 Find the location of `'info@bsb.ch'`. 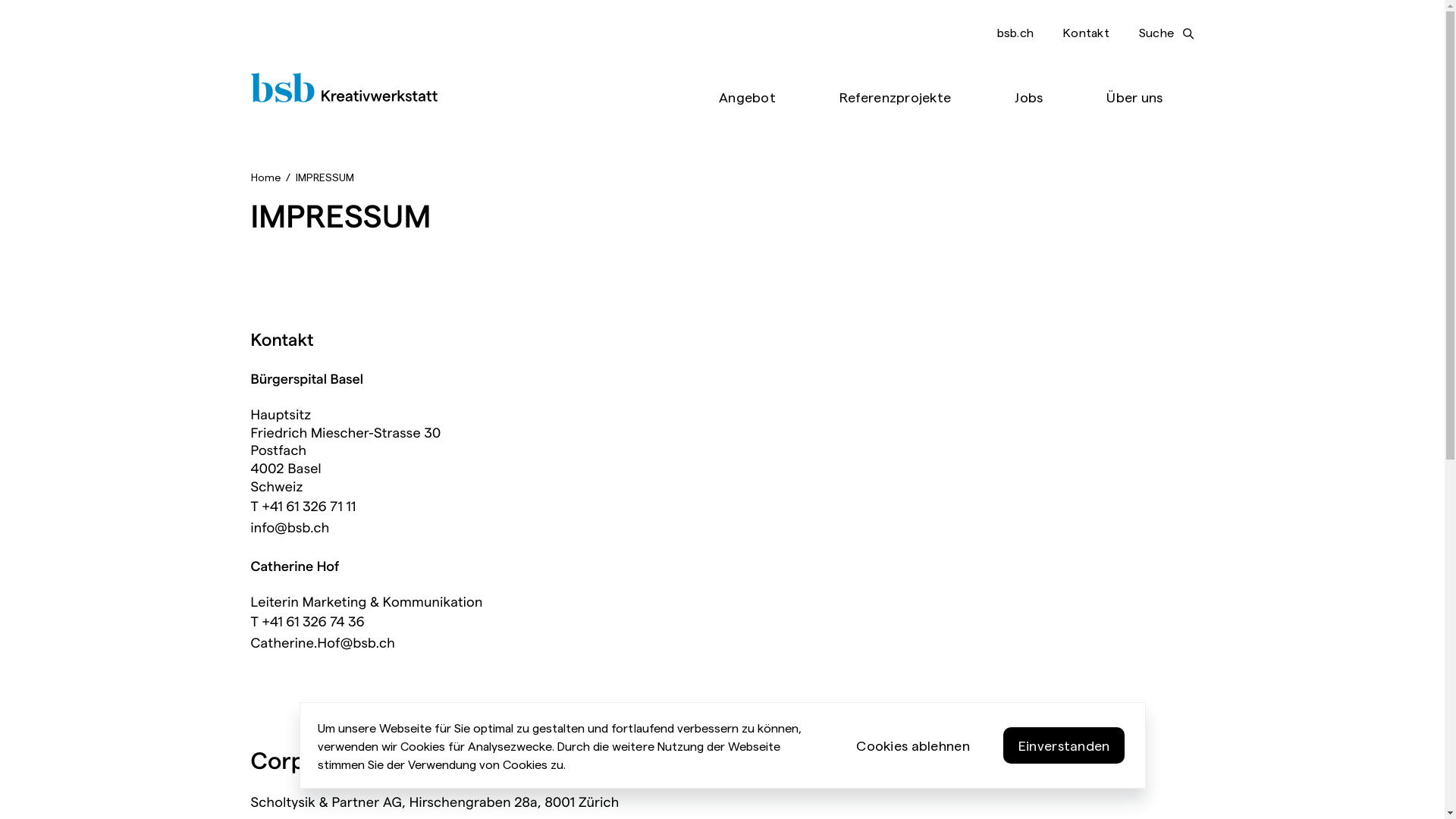

'info@bsb.ch' is located at coordinates (290, 526).